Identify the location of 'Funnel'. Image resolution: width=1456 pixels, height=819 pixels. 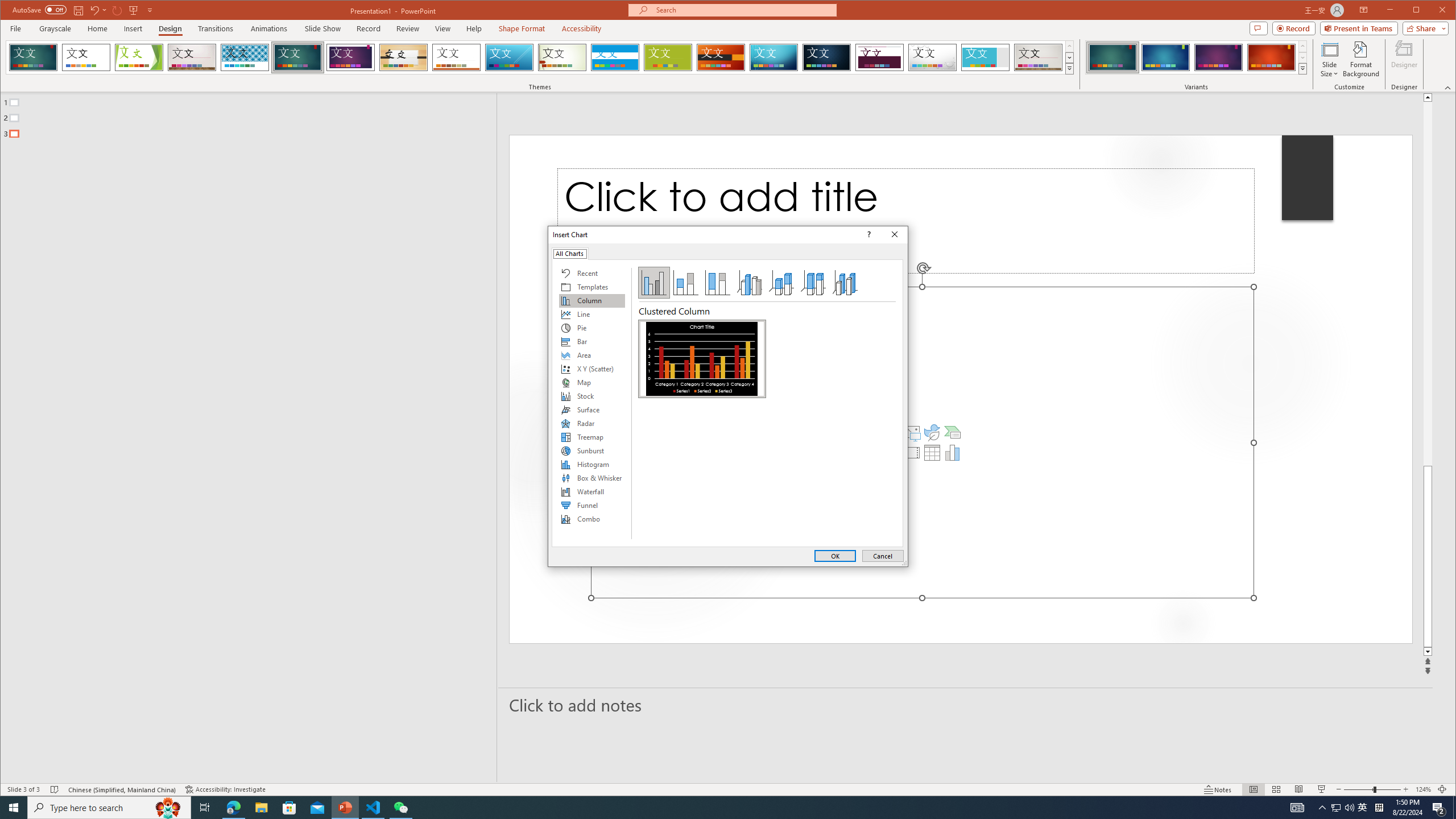
(591, 505).